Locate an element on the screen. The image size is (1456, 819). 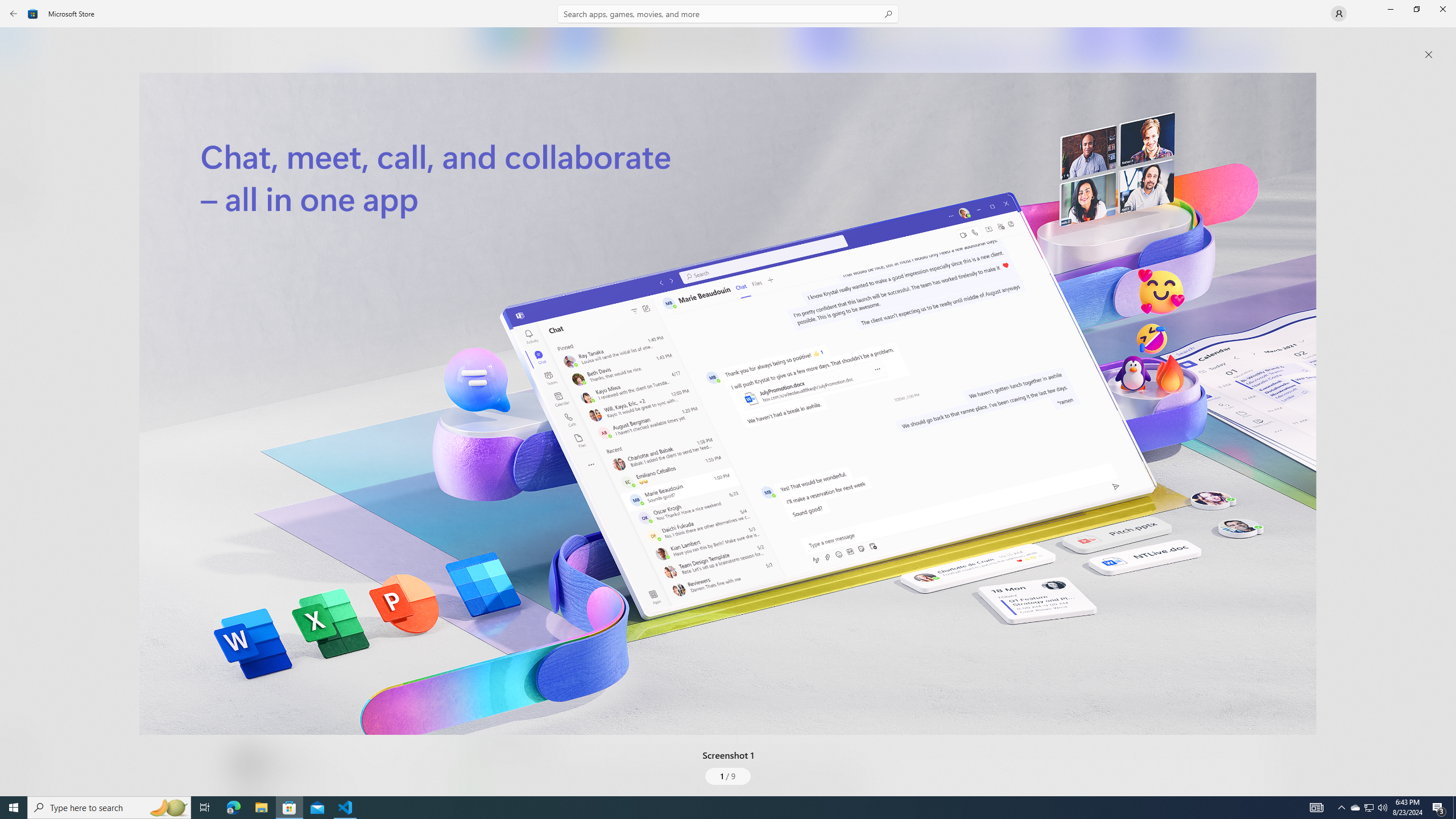
'close popup window' is located at coordinates (1428, 54).